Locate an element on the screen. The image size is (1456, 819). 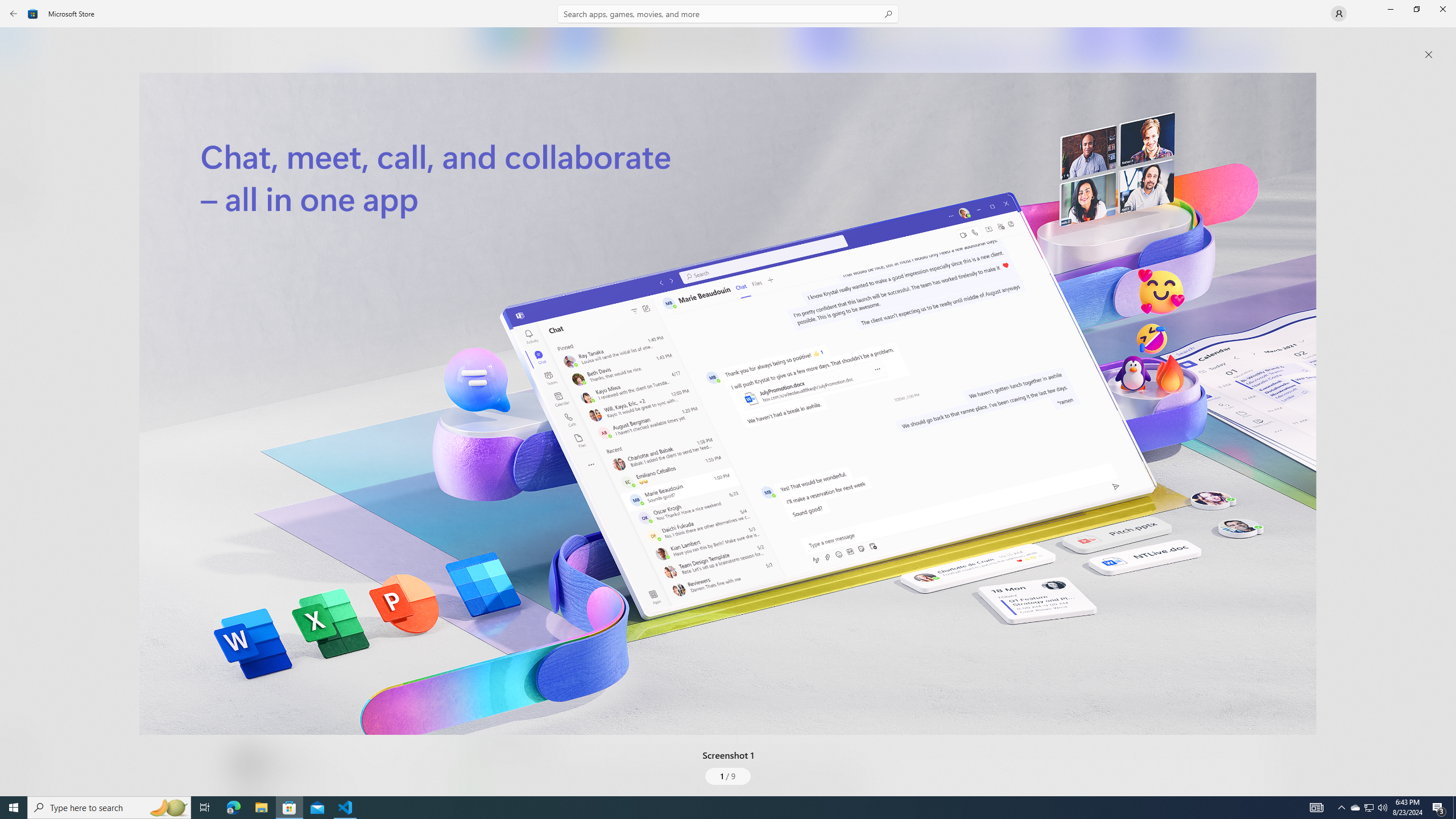
'close popup window' is located at coordinates (1428, 54).